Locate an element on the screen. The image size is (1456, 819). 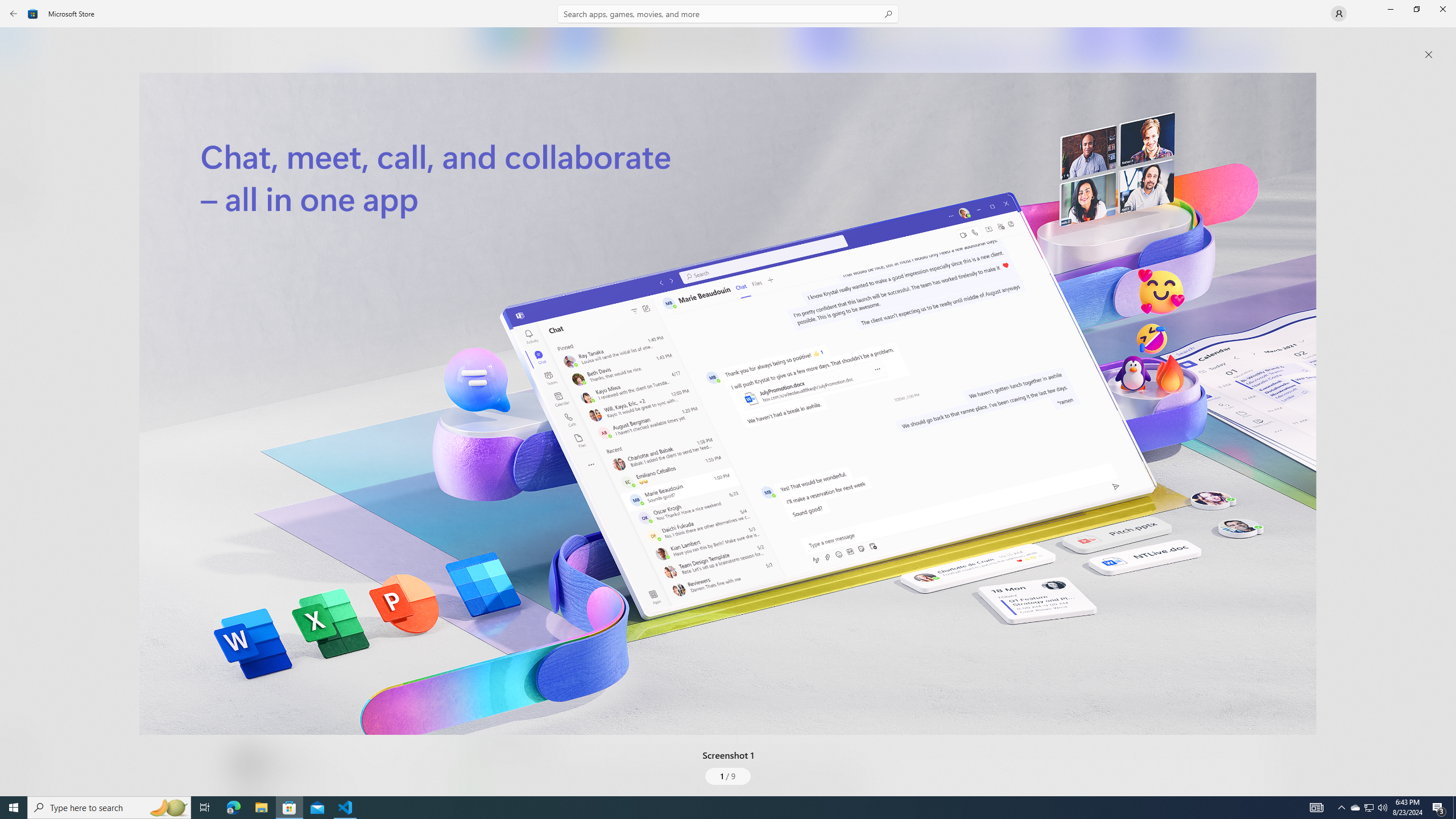
'close popup window' is located at coordinates (1428, 54).